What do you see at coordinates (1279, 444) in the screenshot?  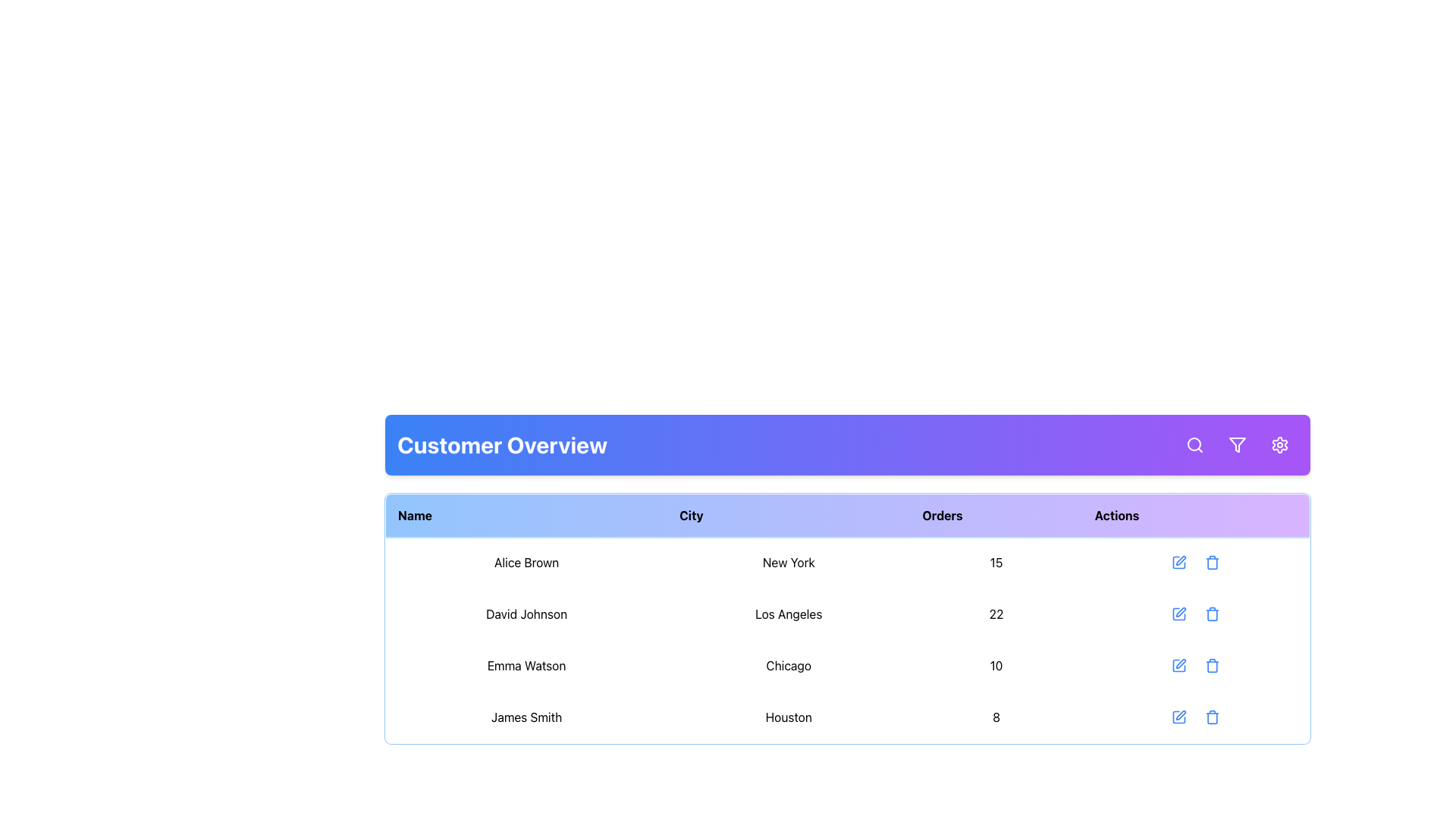 I see `the gear-shaped icon with a purple background located at the far-right side of the horizontal bar above the table` at bounding box center [1279, 444].